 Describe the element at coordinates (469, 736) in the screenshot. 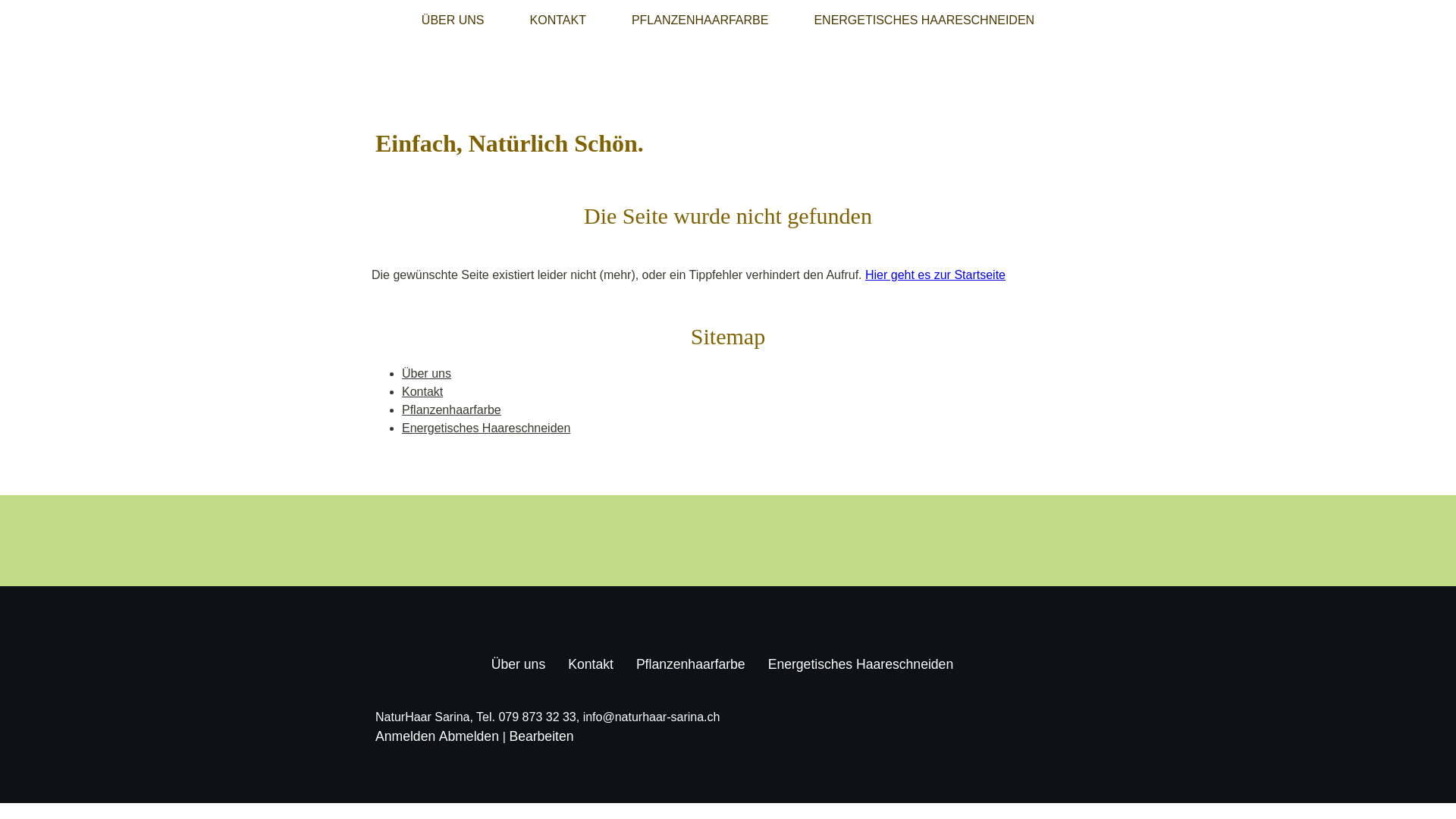

I see `'Abmelden'` at that location.